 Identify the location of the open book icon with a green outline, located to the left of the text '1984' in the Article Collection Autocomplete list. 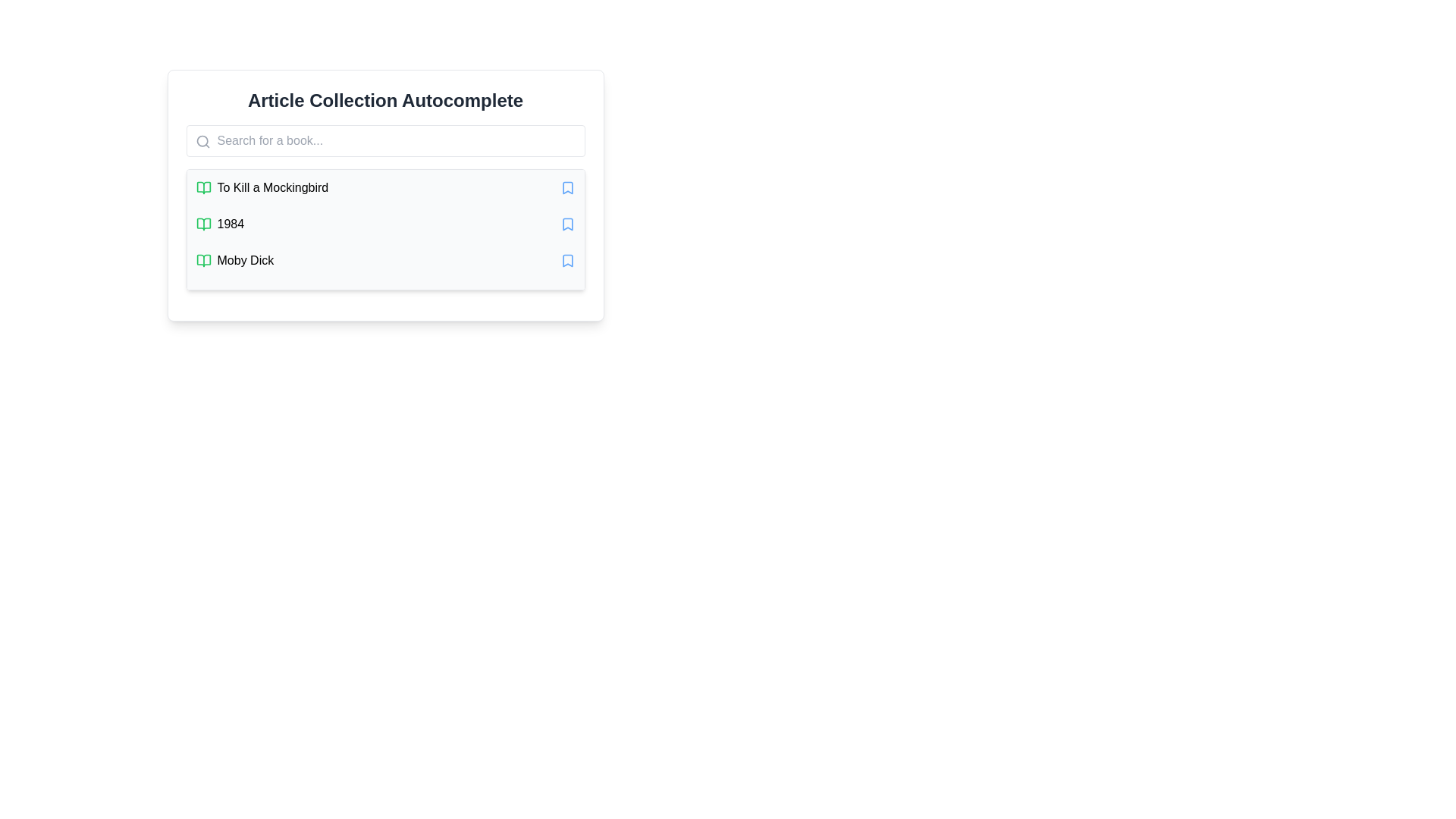
(202, 224).